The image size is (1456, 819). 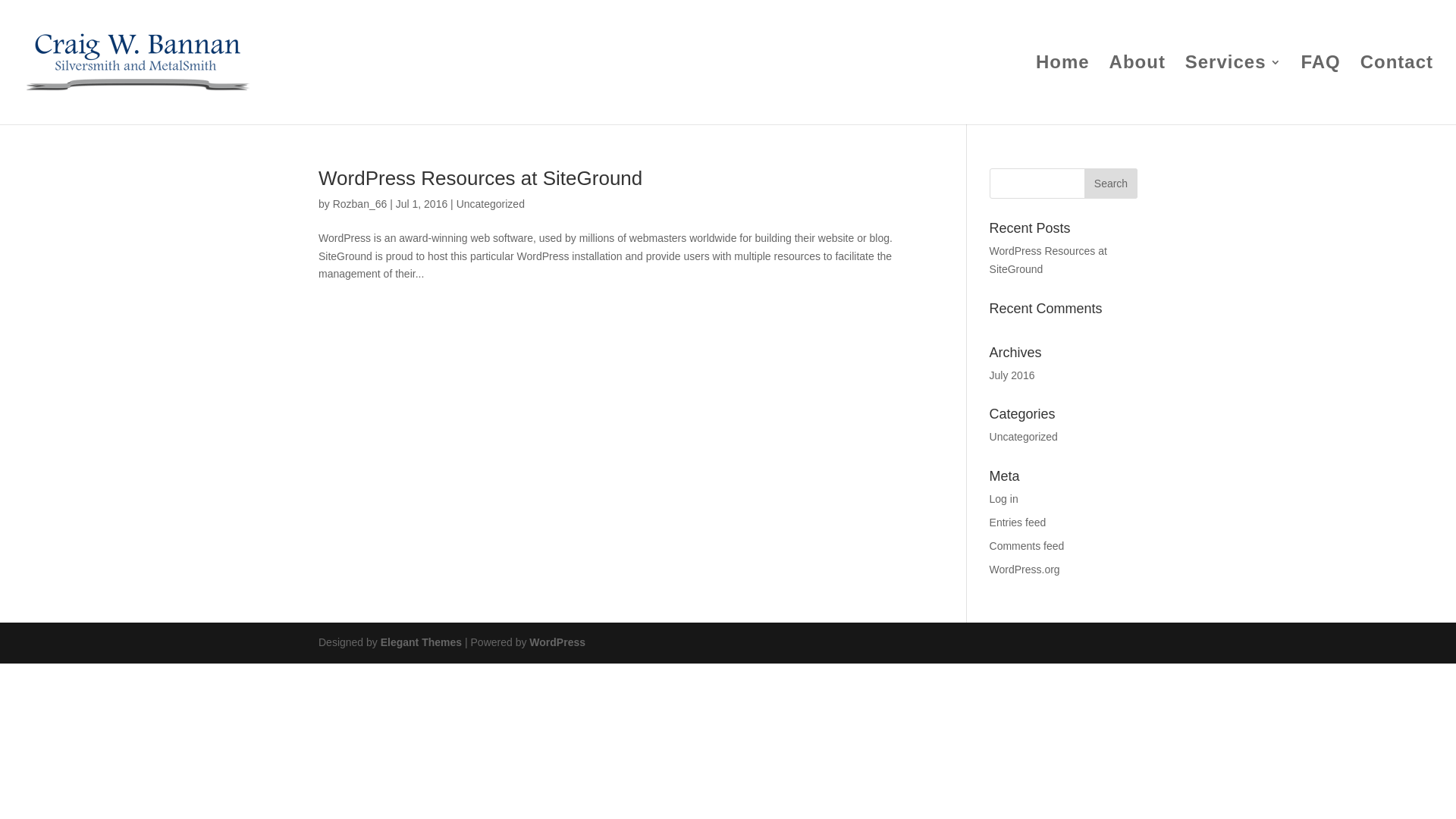 What do you see at coordinates (556, 642) in the screenshot?
I see `'WordPress'` at bounding box center [556, 642].